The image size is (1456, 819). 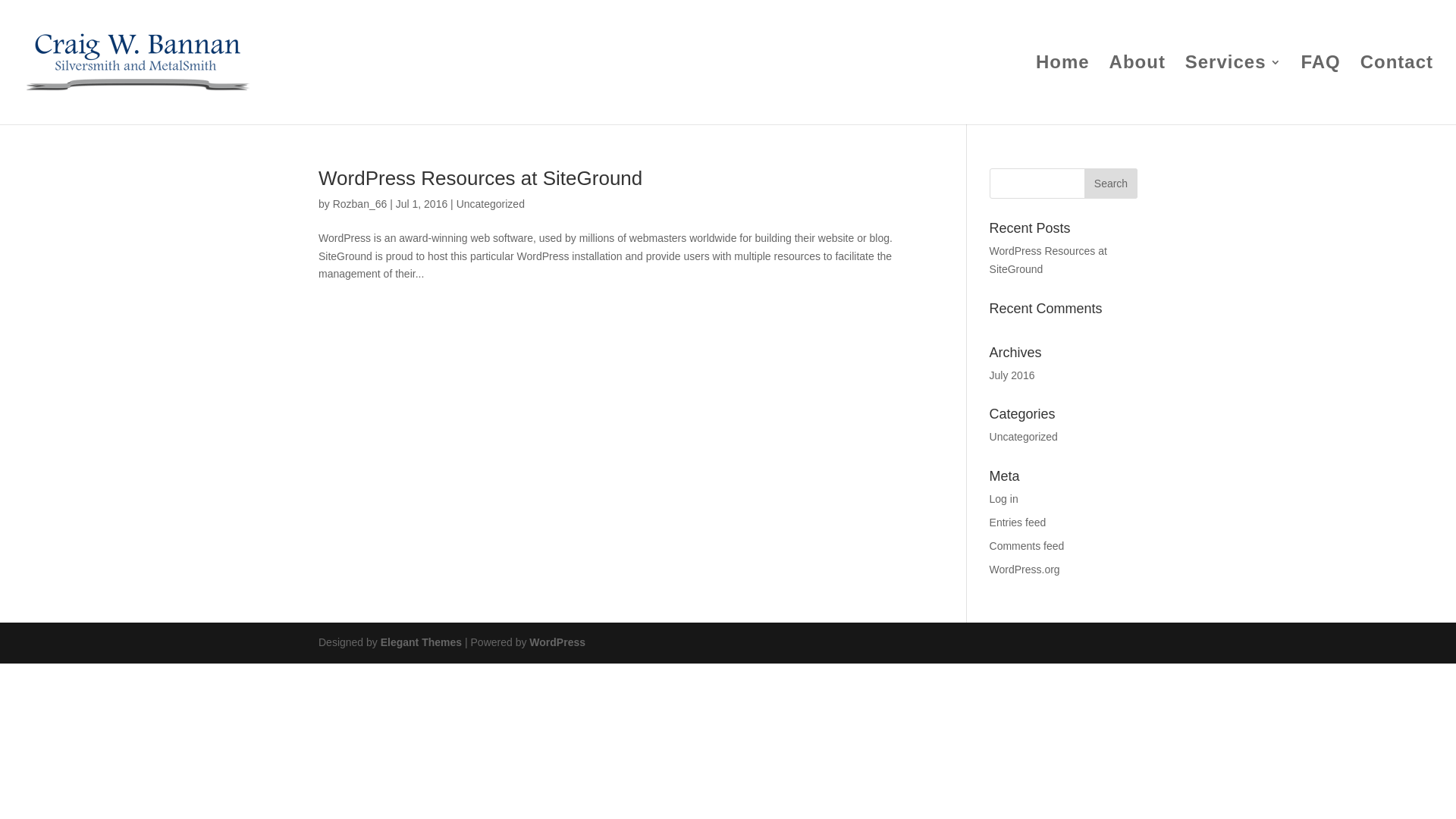 What do you see at coordinates (556, 642) in the screenshot?
I see `'WordPress'` at bounding box center [556, 642].